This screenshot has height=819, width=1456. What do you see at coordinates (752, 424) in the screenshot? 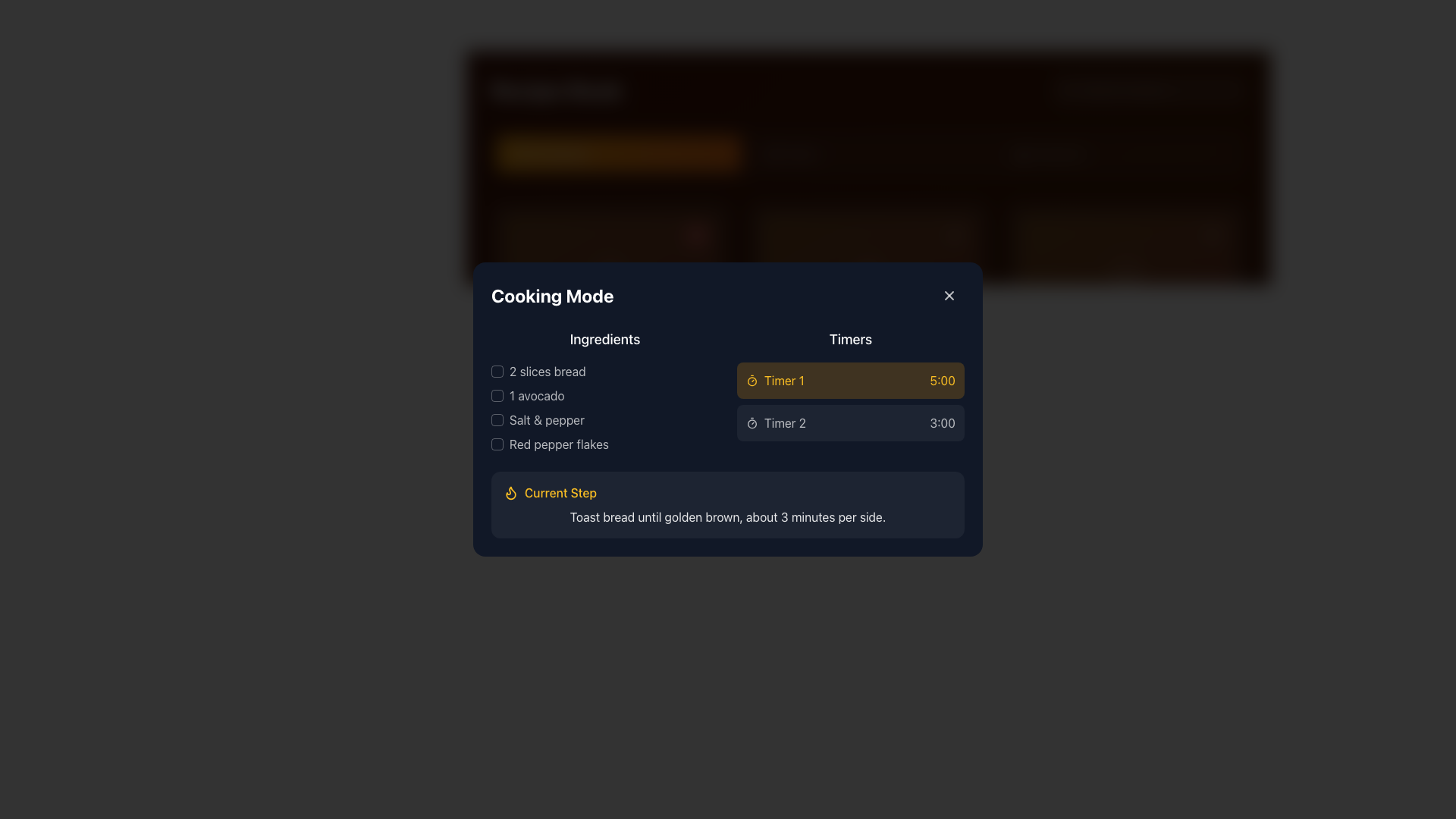
I see `the circular graphic element representing the timer functionality associated with 'Timer 2'` at bounding box center [752, 424].